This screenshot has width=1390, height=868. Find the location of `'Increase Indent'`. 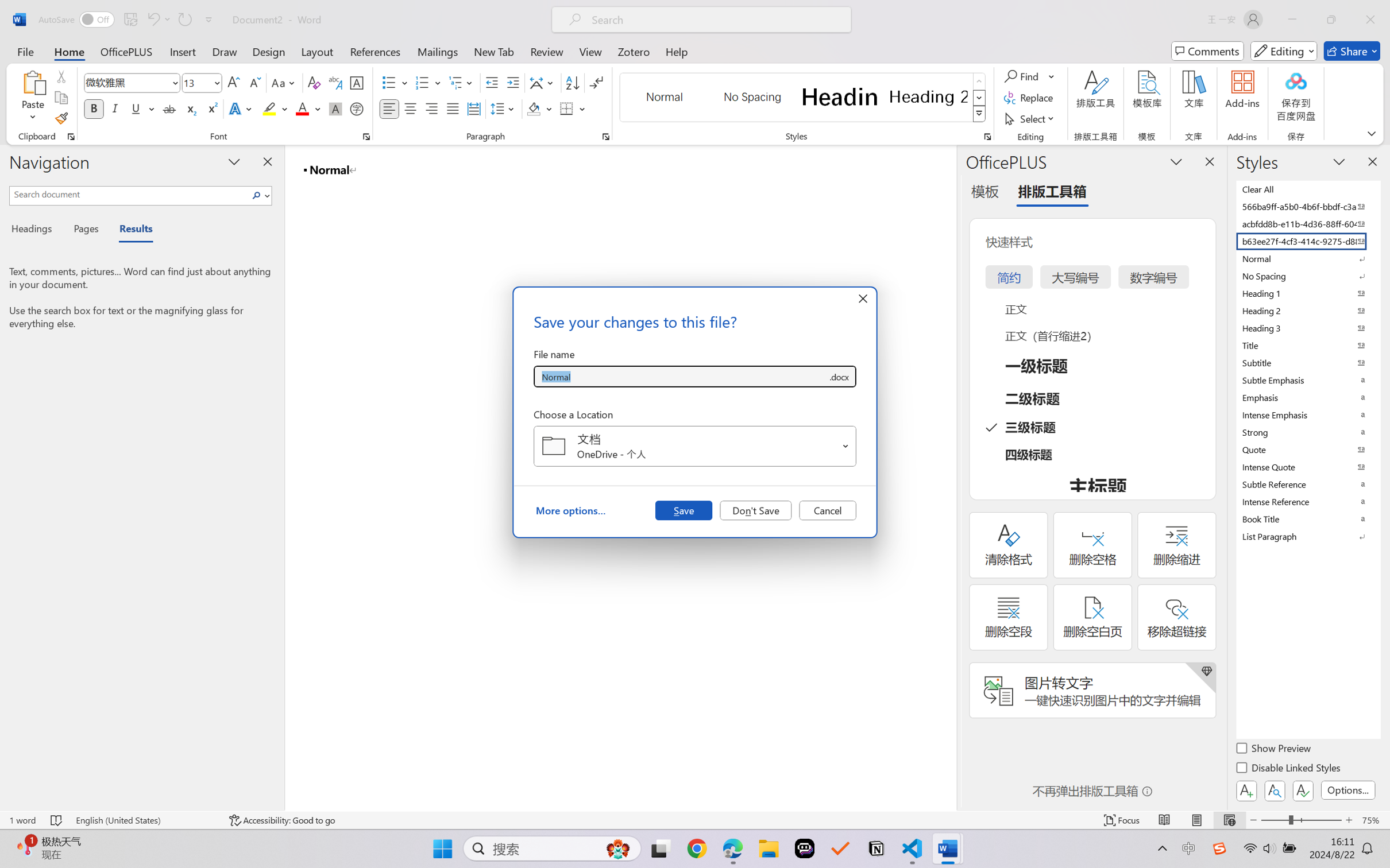

'Increase Indent' is located at coordinates (512, 83).